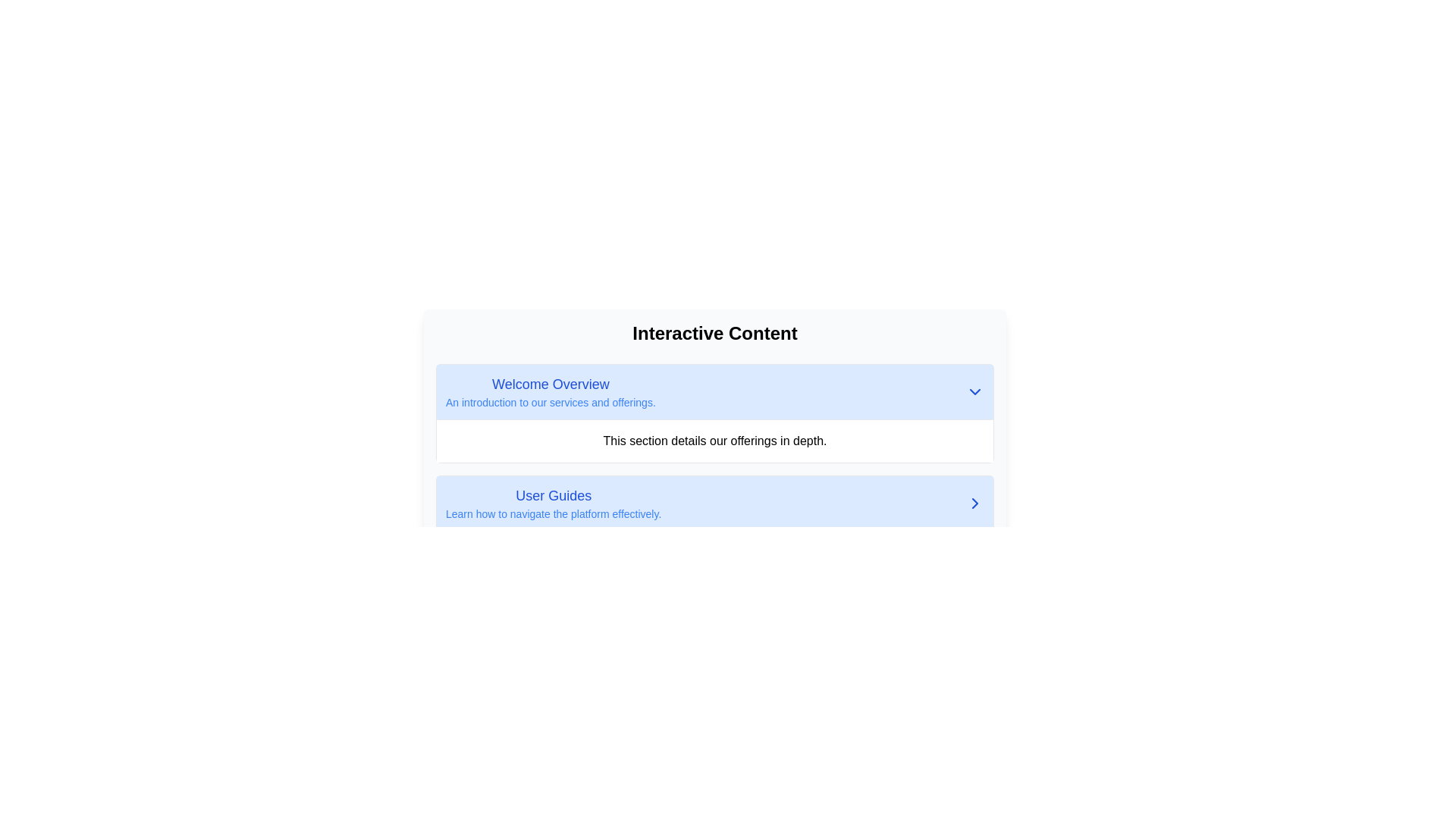 The height and width of the screenshot is (819, 1456). What do you see at coordinates (975, 503) in the screenshot?
I see `the Chevron Icon located on the right side of the 'User Guides' section` at bounding box center [975, 503].